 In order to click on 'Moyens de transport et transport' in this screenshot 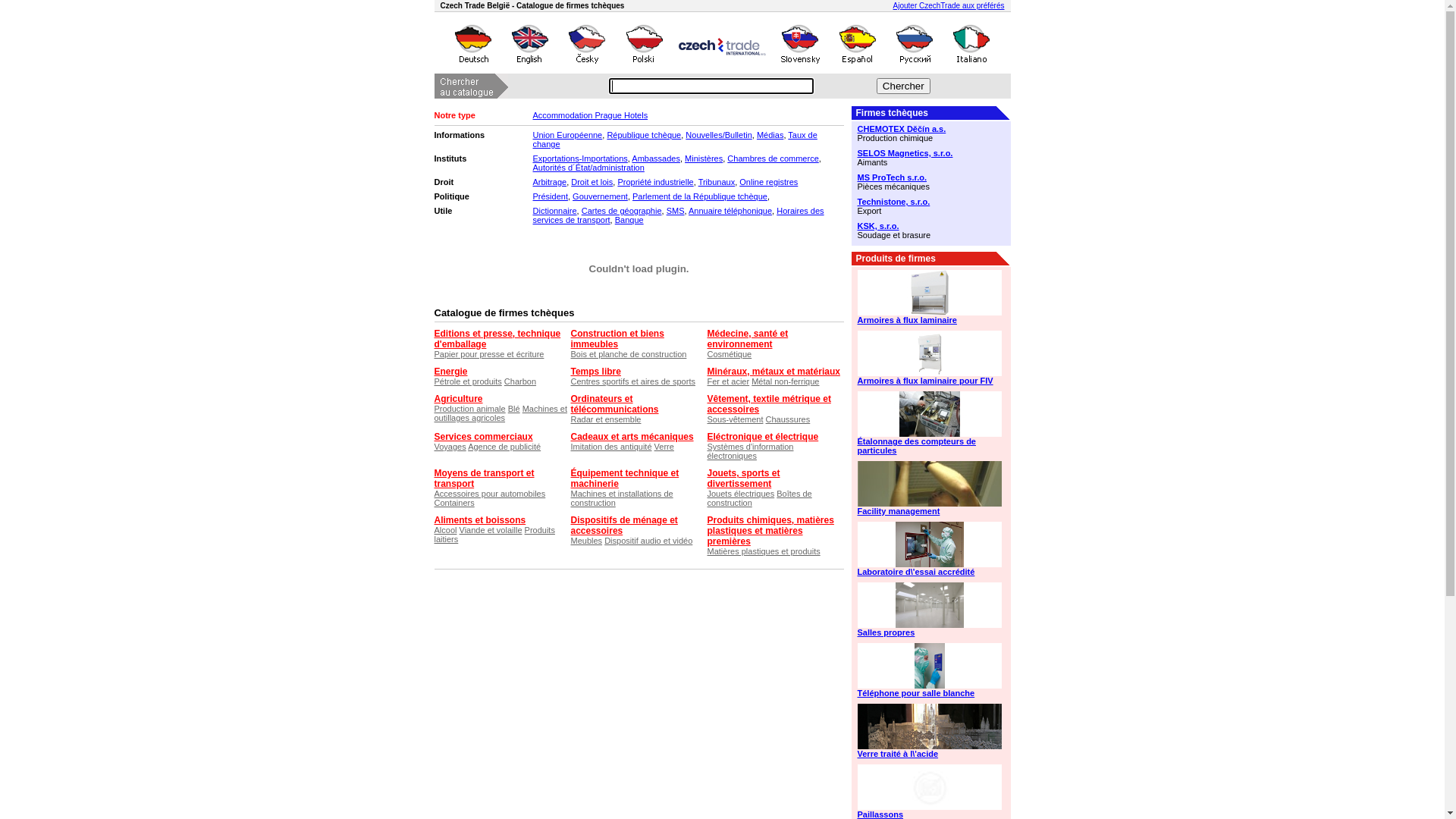, I will do `click(483, 479)`.